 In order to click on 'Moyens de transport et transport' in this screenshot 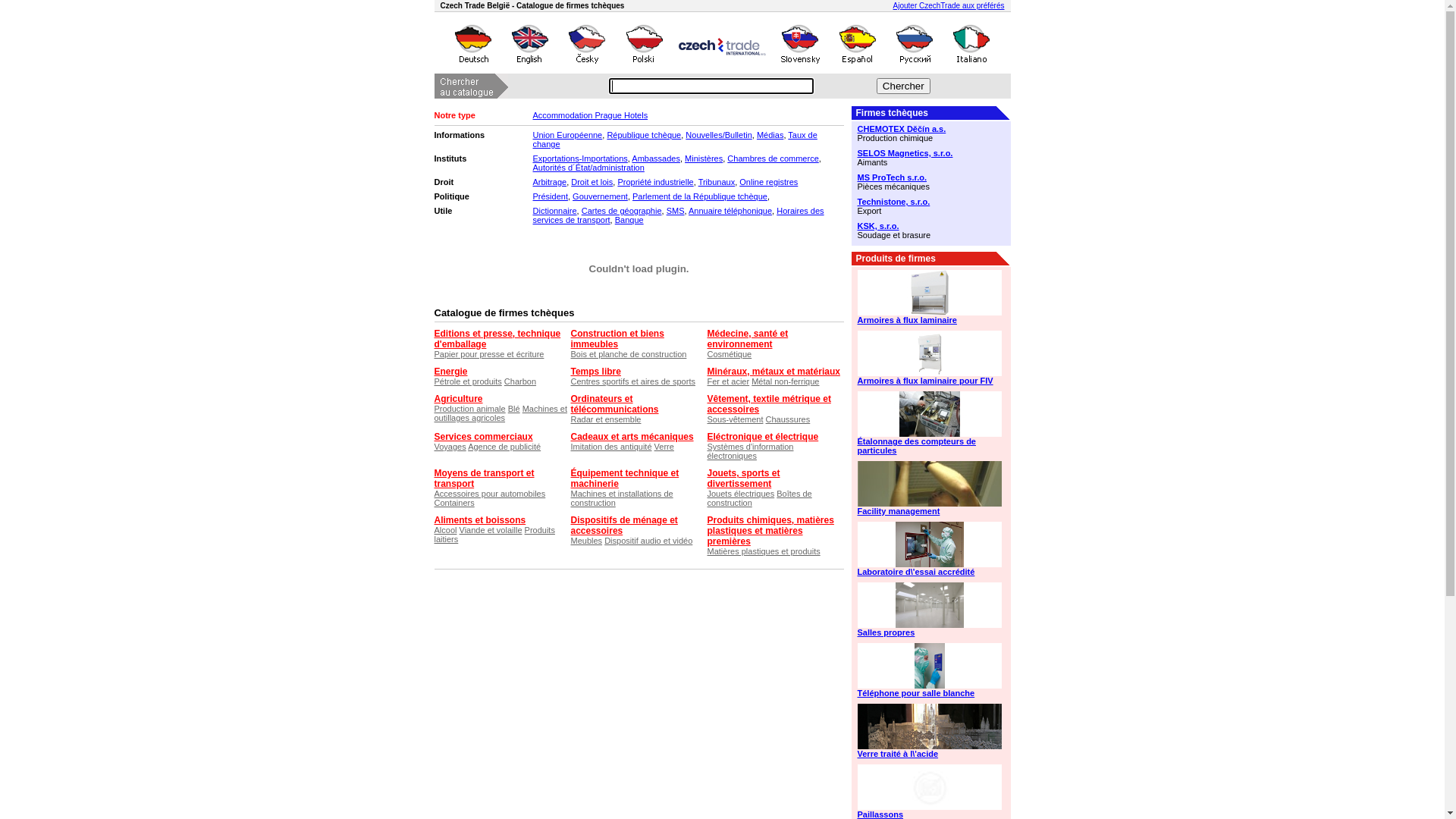, I will do `click(483, 479)`.